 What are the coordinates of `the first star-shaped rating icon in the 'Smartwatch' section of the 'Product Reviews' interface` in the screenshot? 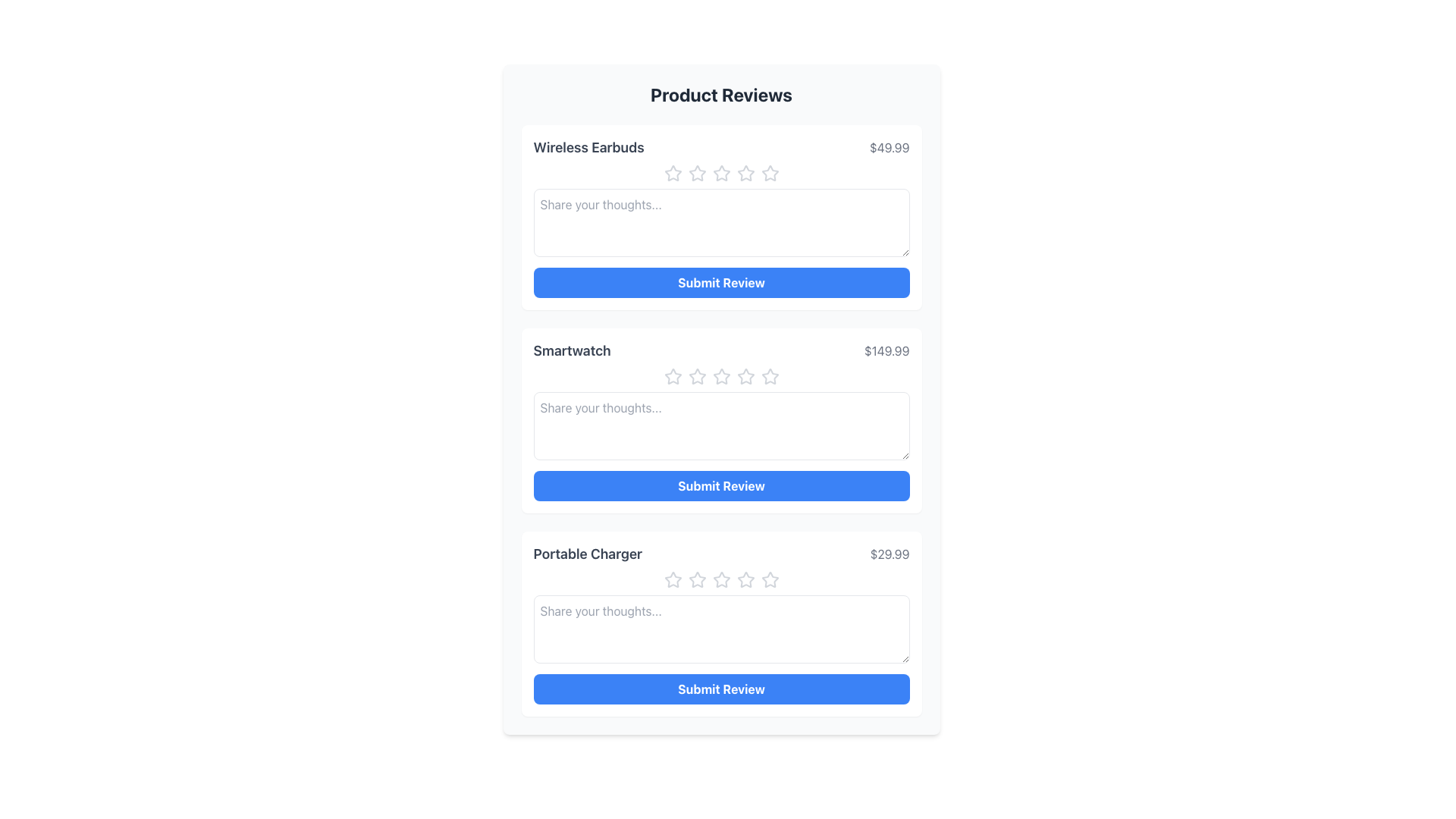 It's located at (672, 376).